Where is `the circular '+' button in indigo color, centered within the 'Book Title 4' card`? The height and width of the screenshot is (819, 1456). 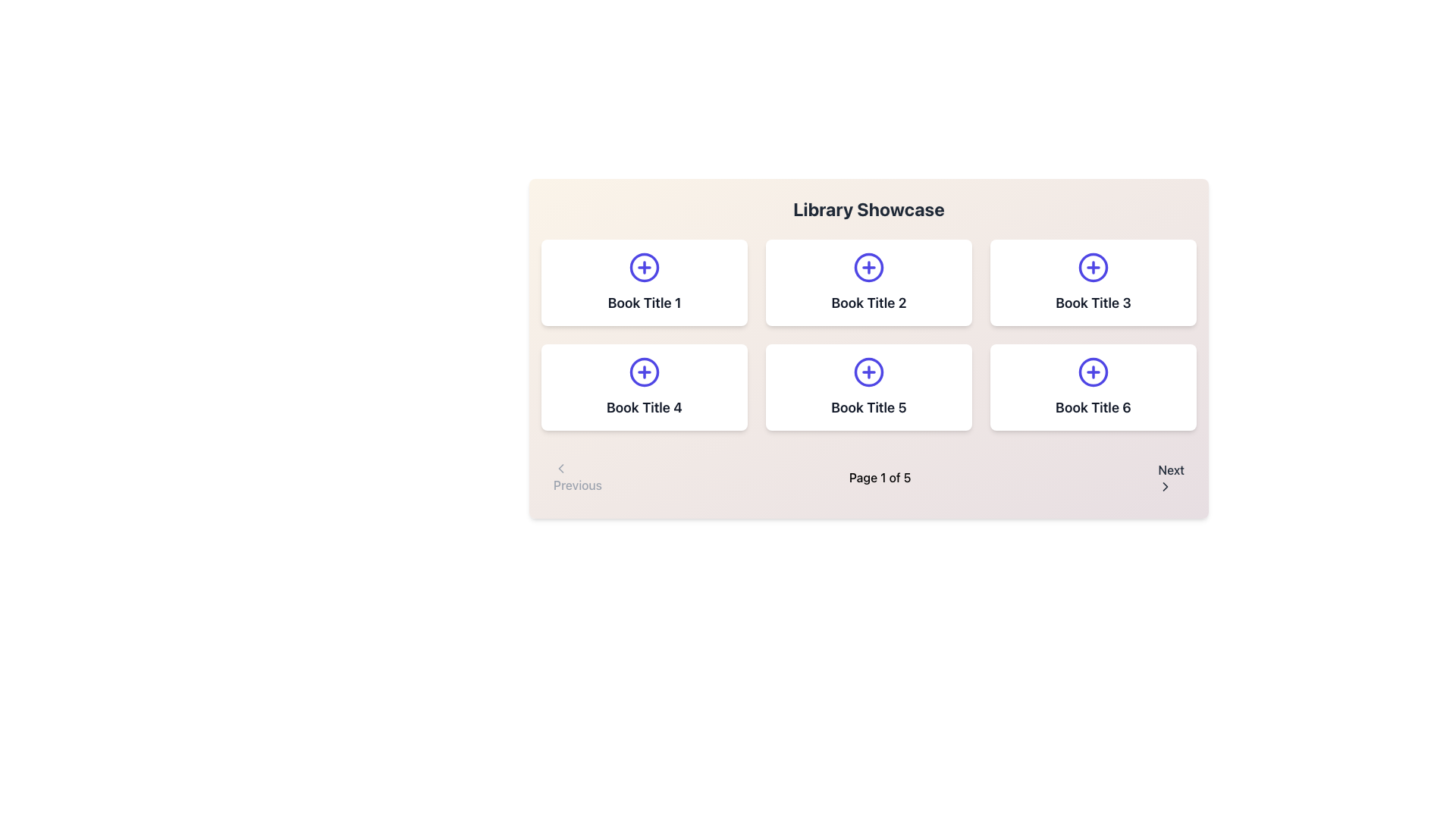 the circular '+' button in indigo color, centered within the 'Book Title 4' card is located at coordinates (644, 372).